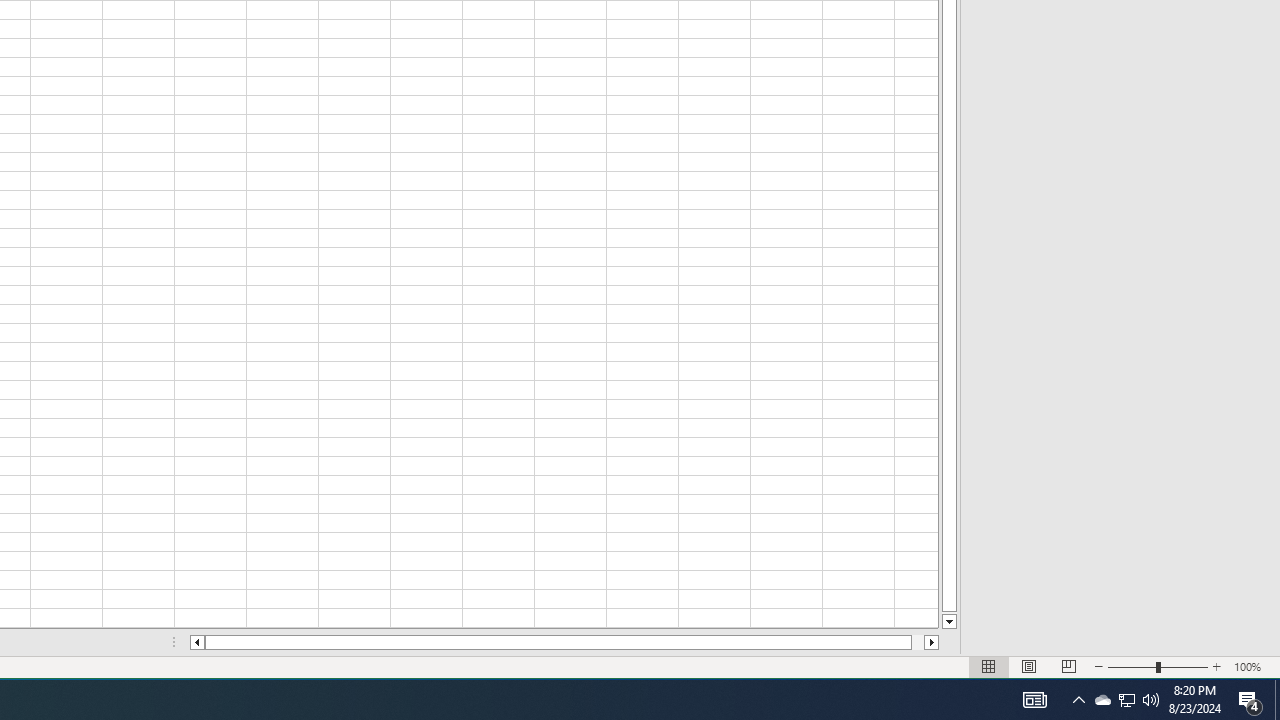 This screenshot has height=720, width=1280. What do you see at coordinates (948, 621) in the screenshot?
I see `'Line down'` at bounding box center [948, 621].